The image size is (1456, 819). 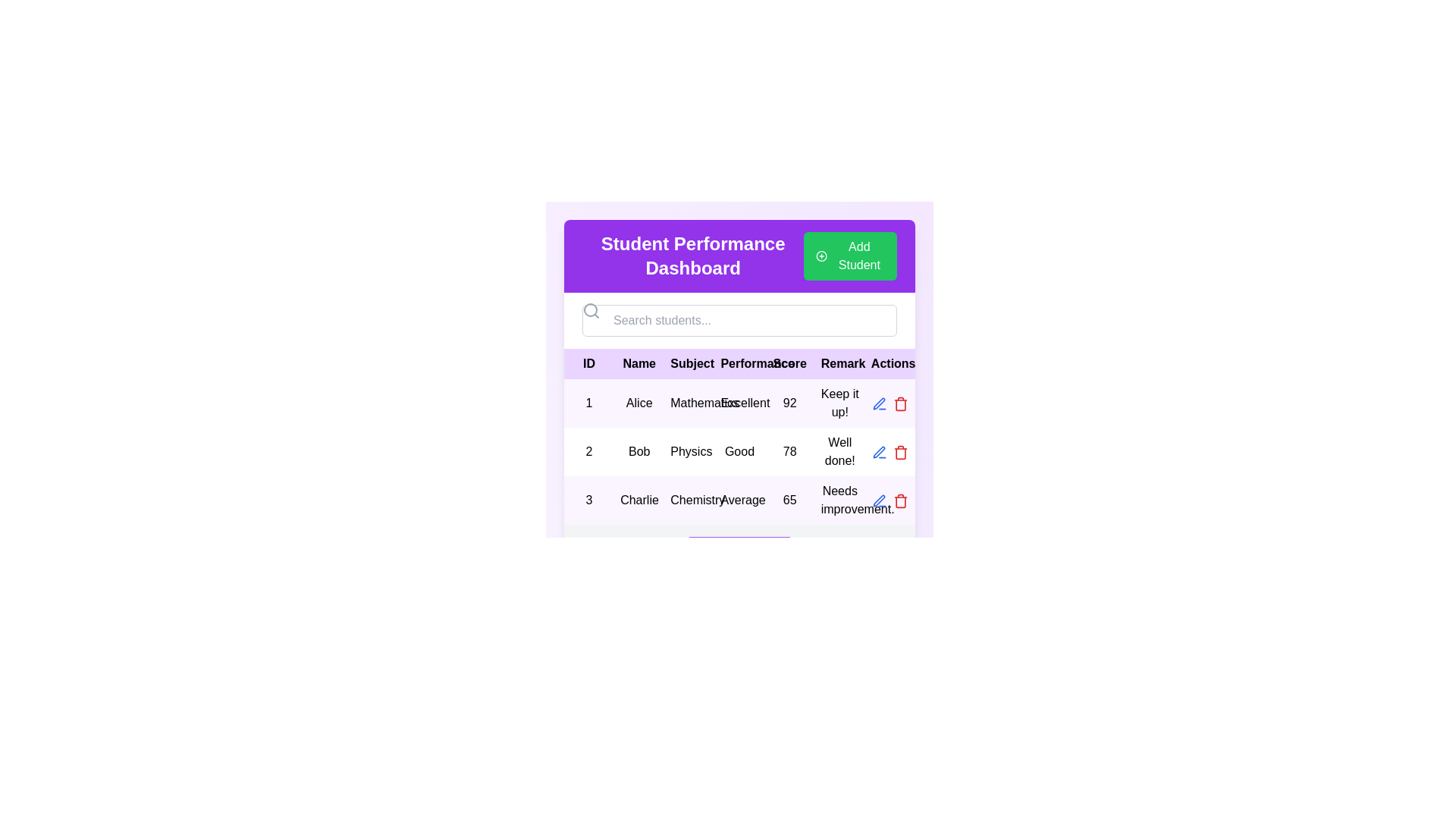 I want to click on the text label displaying the number '65' in black text, which is located in the fifth column of the third row of the student information table, adjacent to the 'Average' and 'Needs improvement.' cells, so click(x=789, y=500).